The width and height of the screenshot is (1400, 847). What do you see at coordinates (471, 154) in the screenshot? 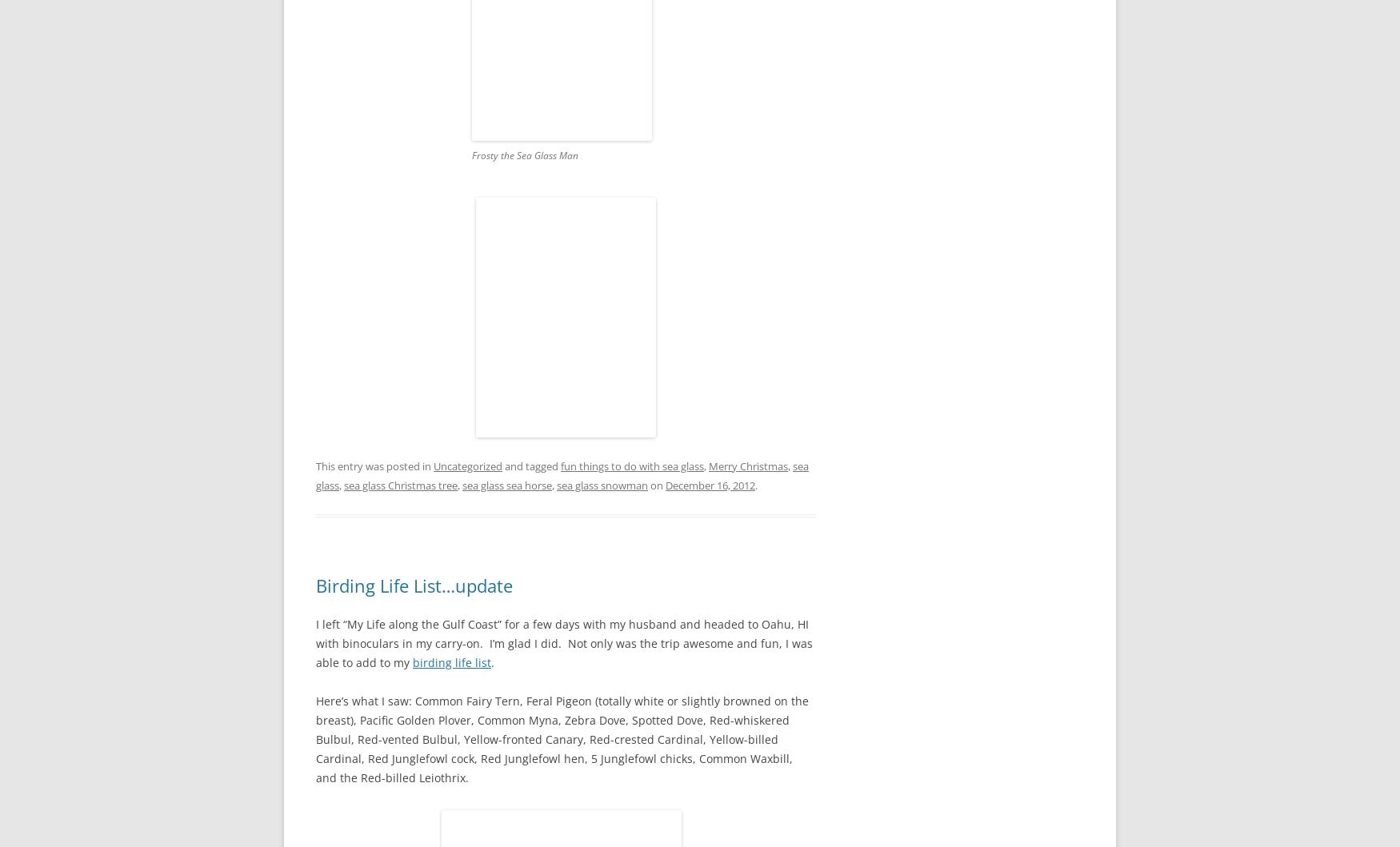
I see `'Frosty the Sea Glass Man'` at bounding box center [471, 154].